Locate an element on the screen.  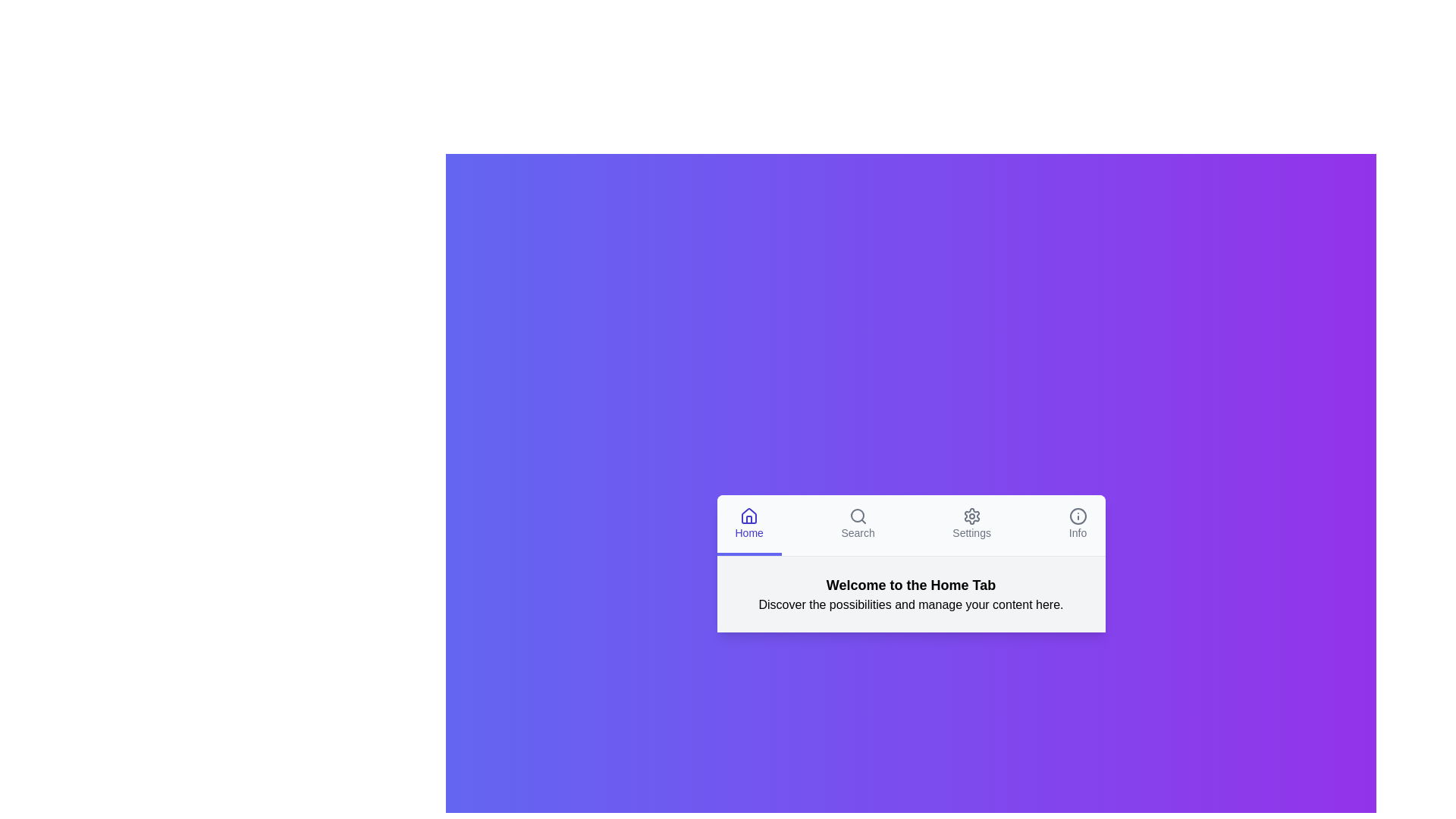
descriptive text located near the center-bottom of the interface, directly below the 'Welcome to the Home Tab' heading is located at coordinates (910, 604).